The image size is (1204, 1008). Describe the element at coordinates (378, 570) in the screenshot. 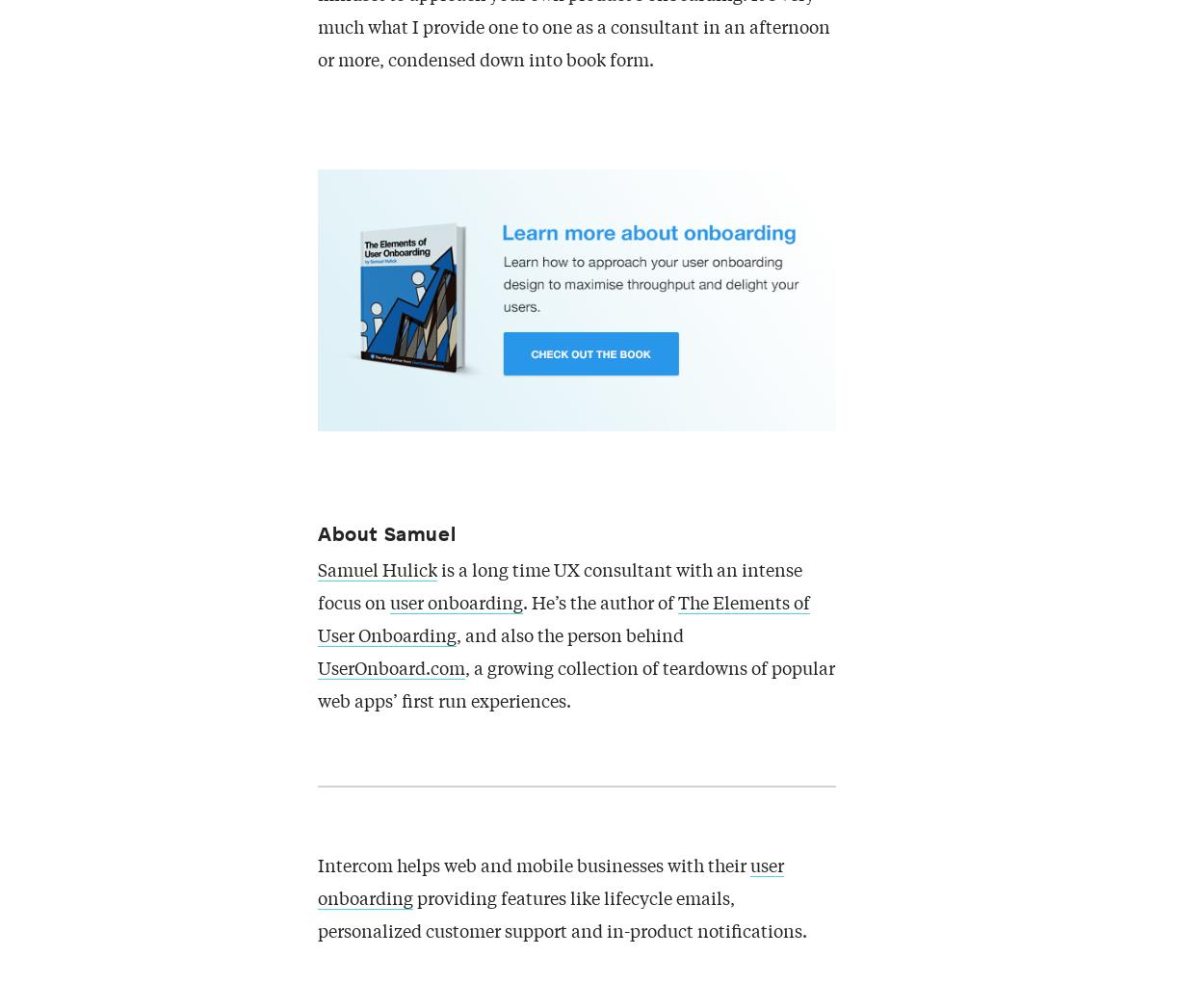

I see `'Samuel Hulick'` at that location.